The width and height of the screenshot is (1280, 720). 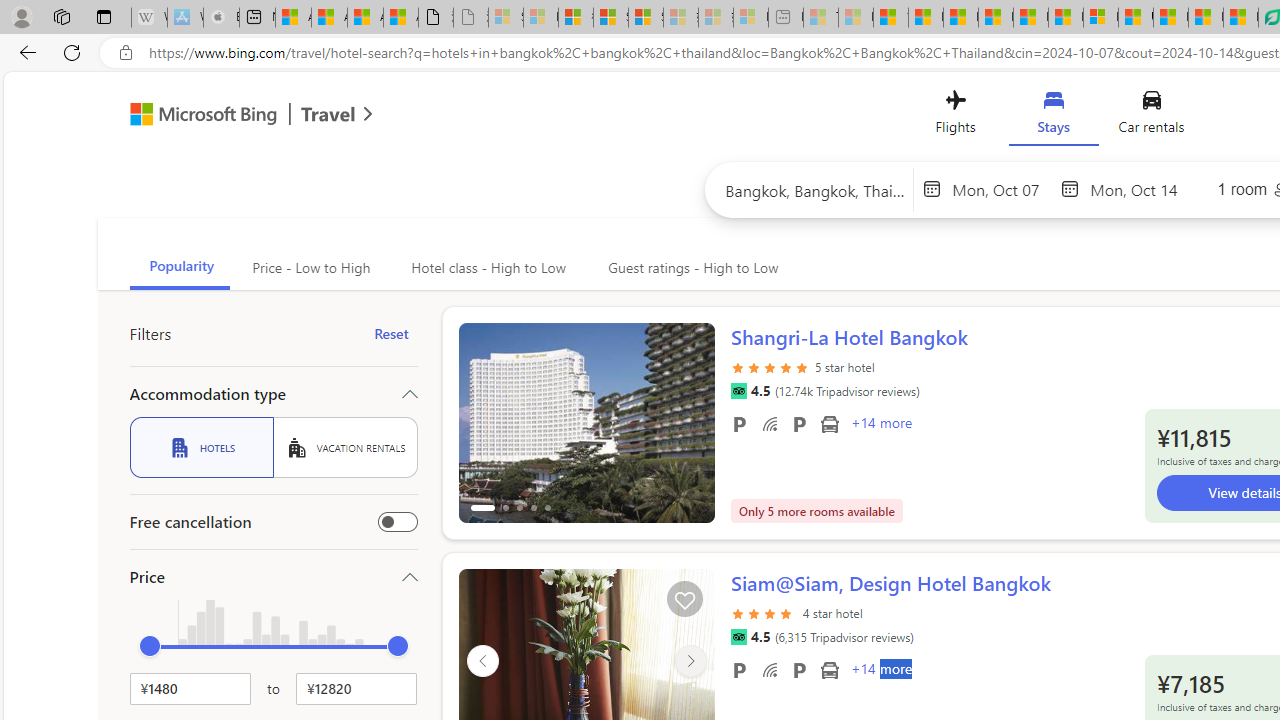 What do you see at coordinates (954, 117) in the screenshot?
I see `'Flights'` at bounding box center [954, 117].